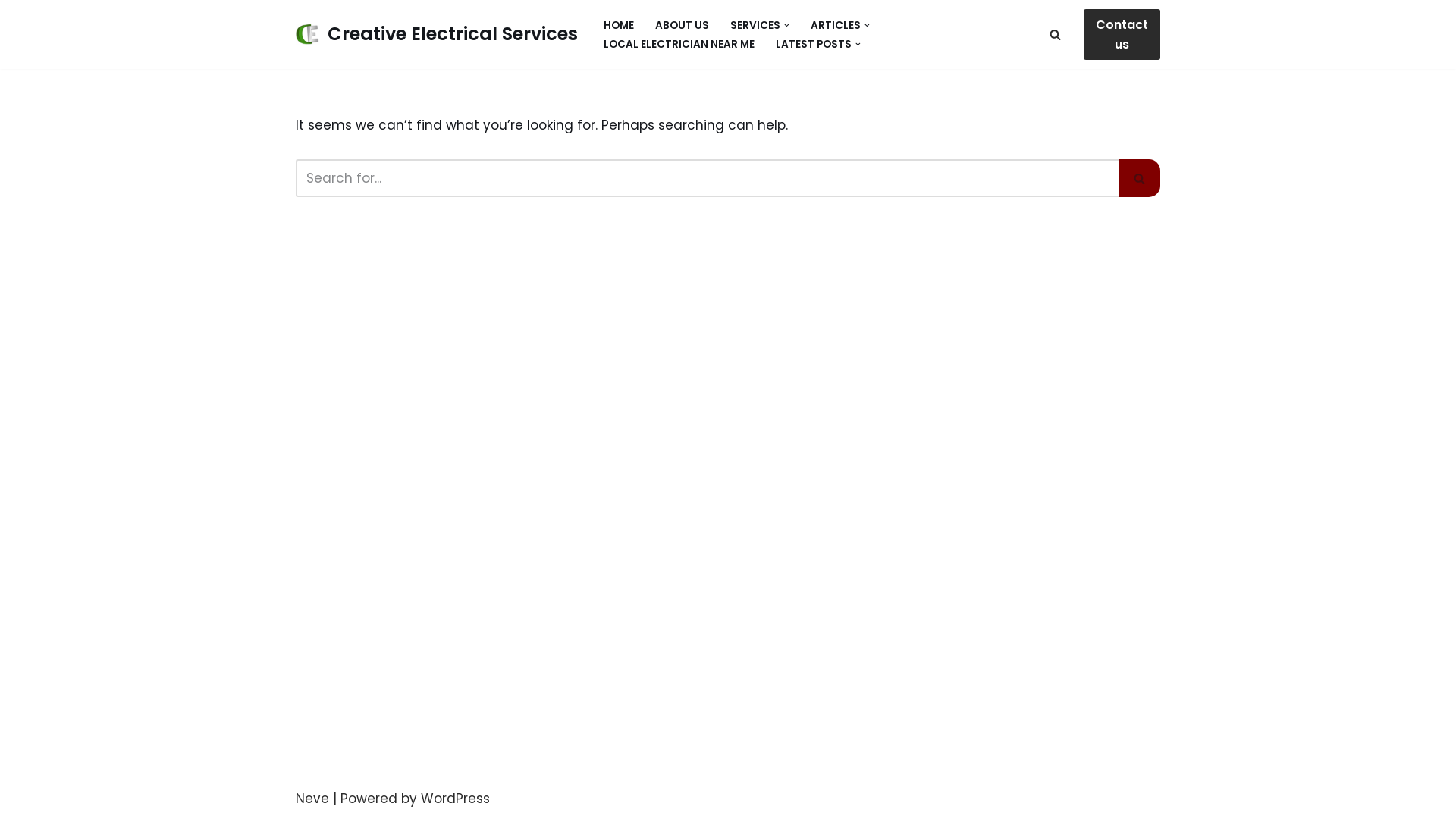  I want to click on 'Contact us', so click(1122, 34).